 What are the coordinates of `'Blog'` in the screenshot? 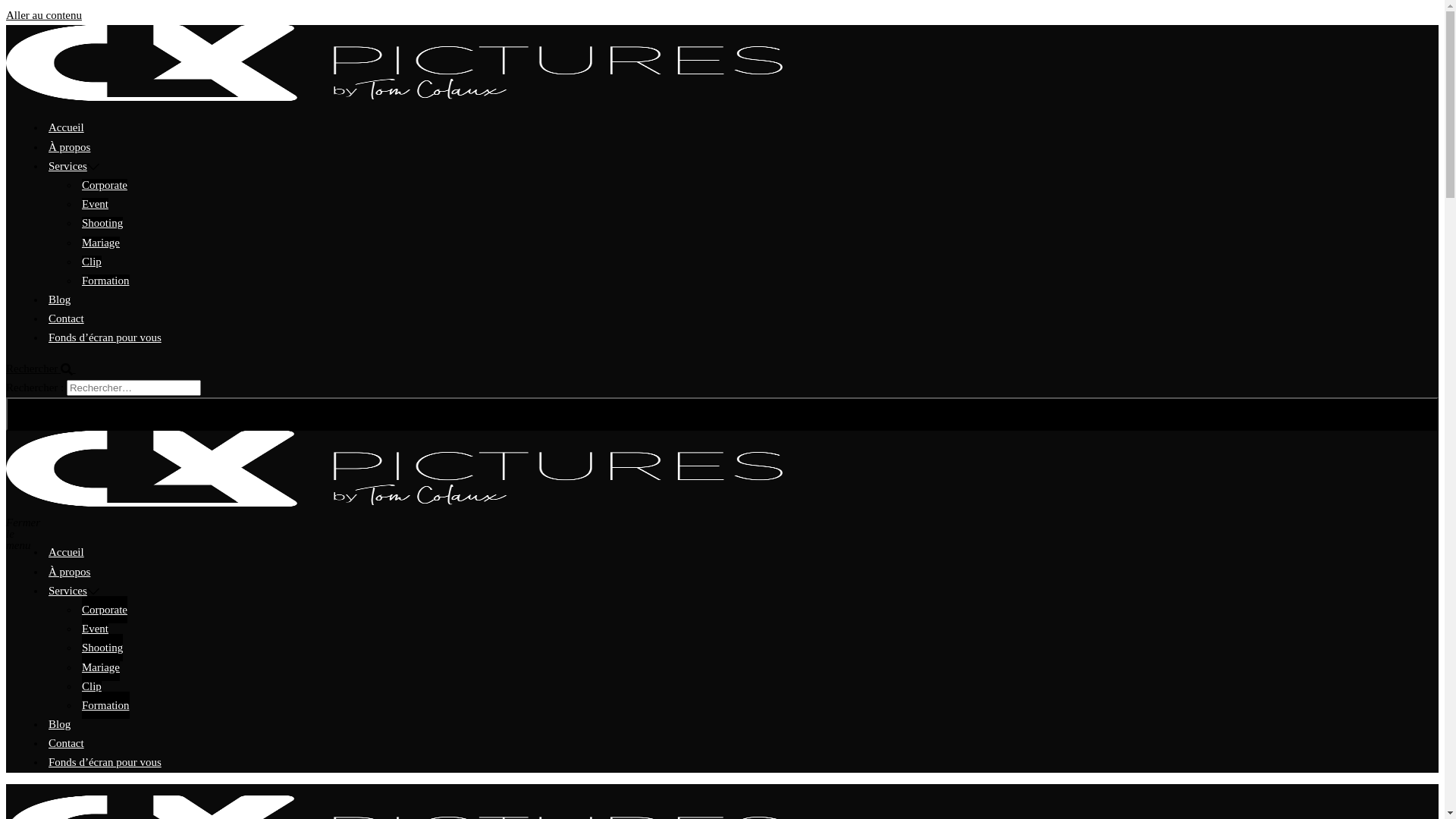 It's located at (59, 723).